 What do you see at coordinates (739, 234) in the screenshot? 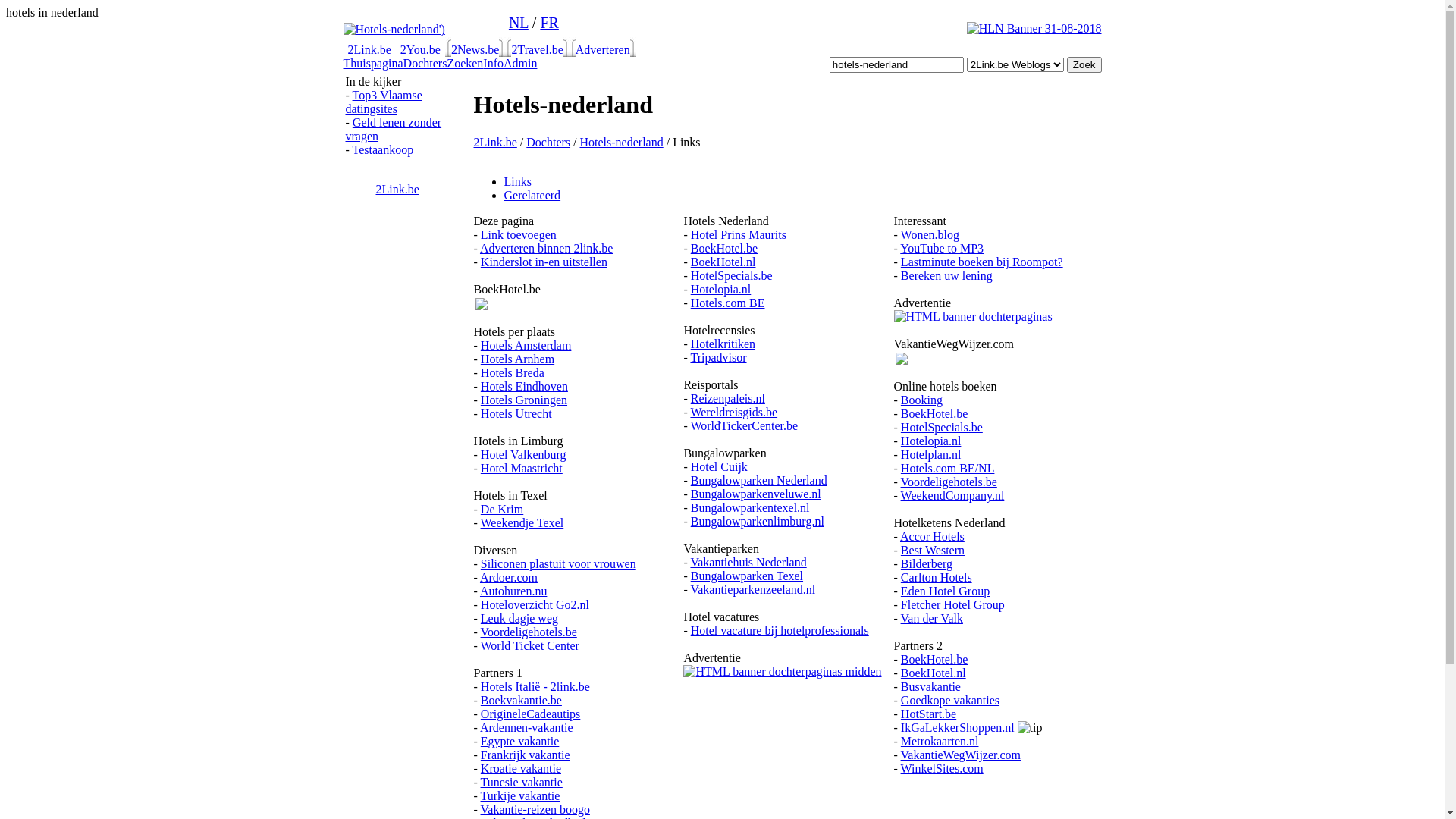
I see `'Hotel Prins Maurits'` at bounding box center [739, 234].